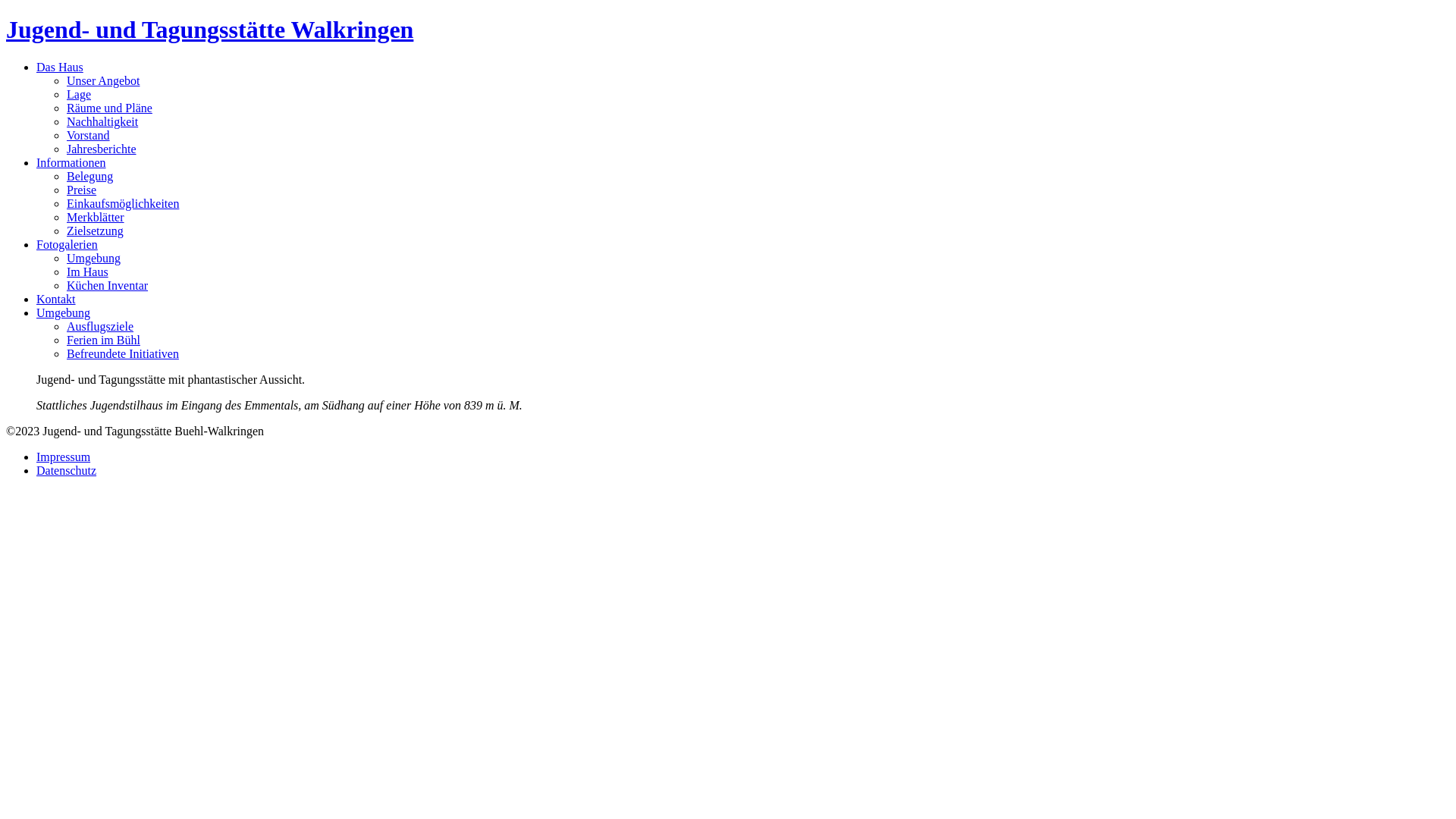  What do you see at coordinates (59, 66) in the screenshot?
I see `'Das Haus'` at bounding box center [59, 66].